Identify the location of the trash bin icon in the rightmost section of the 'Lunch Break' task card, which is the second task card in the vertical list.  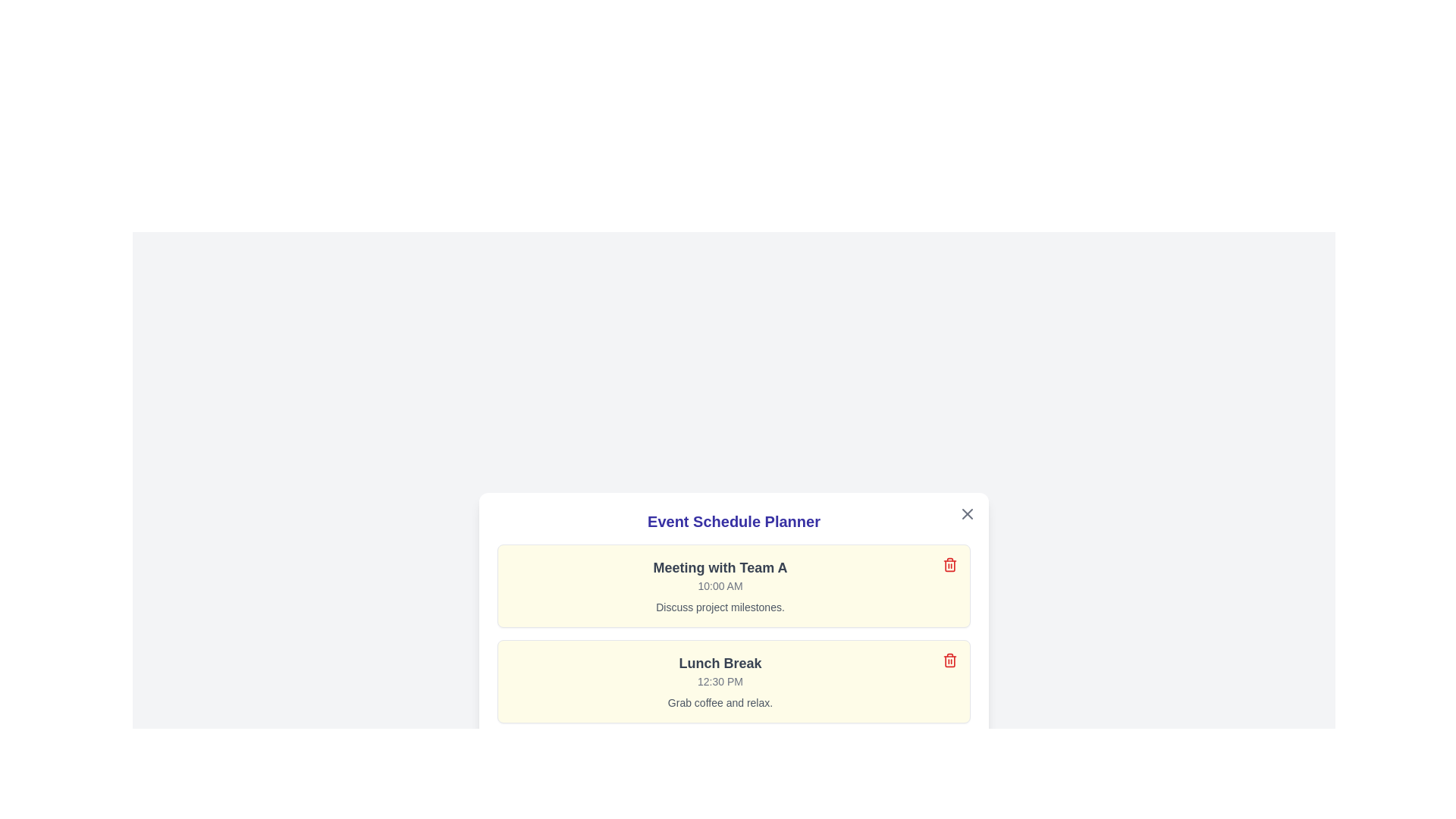
(949, 660).